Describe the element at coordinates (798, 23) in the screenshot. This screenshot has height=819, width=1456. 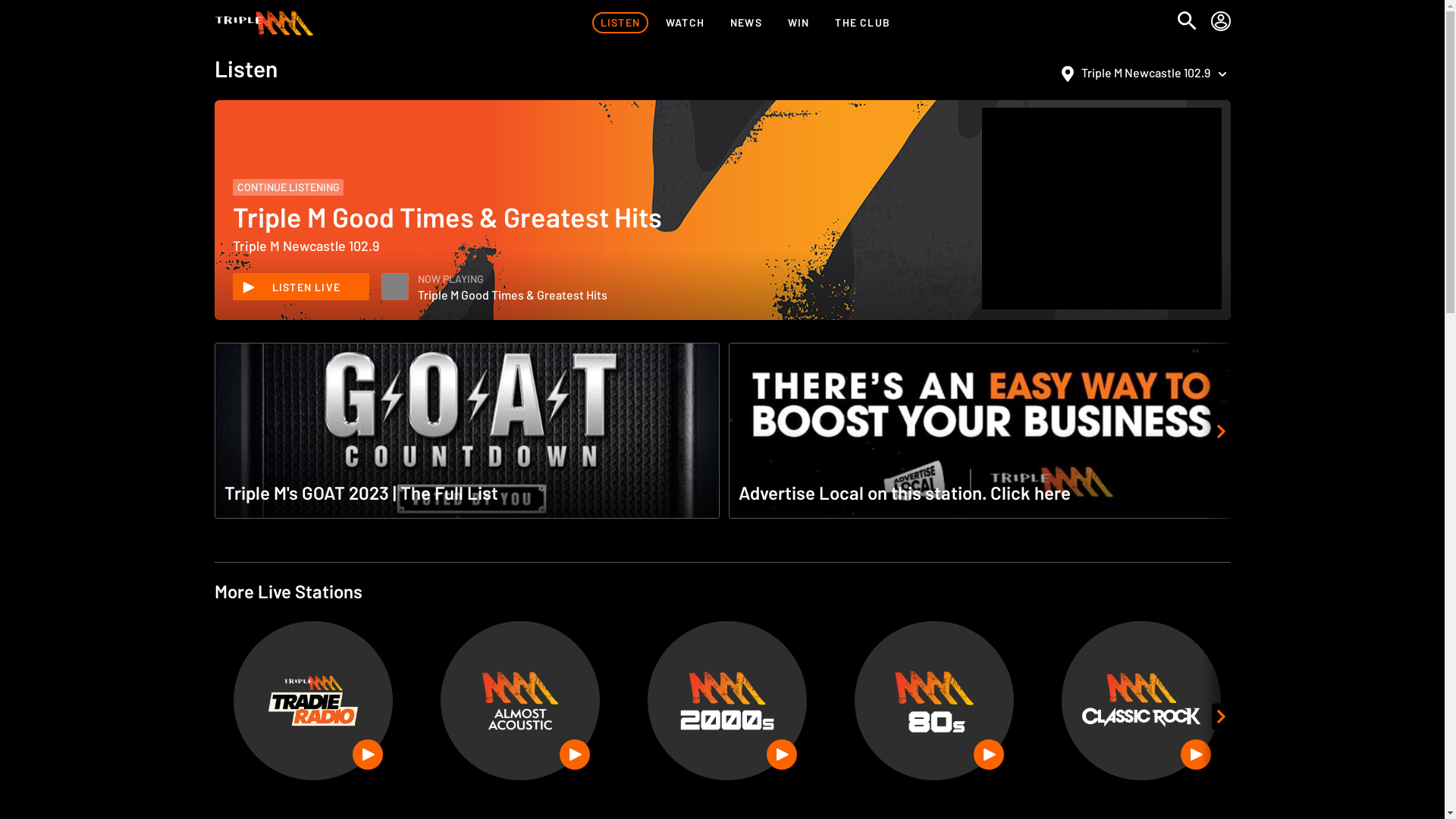
I see `'WIN'` at that location.